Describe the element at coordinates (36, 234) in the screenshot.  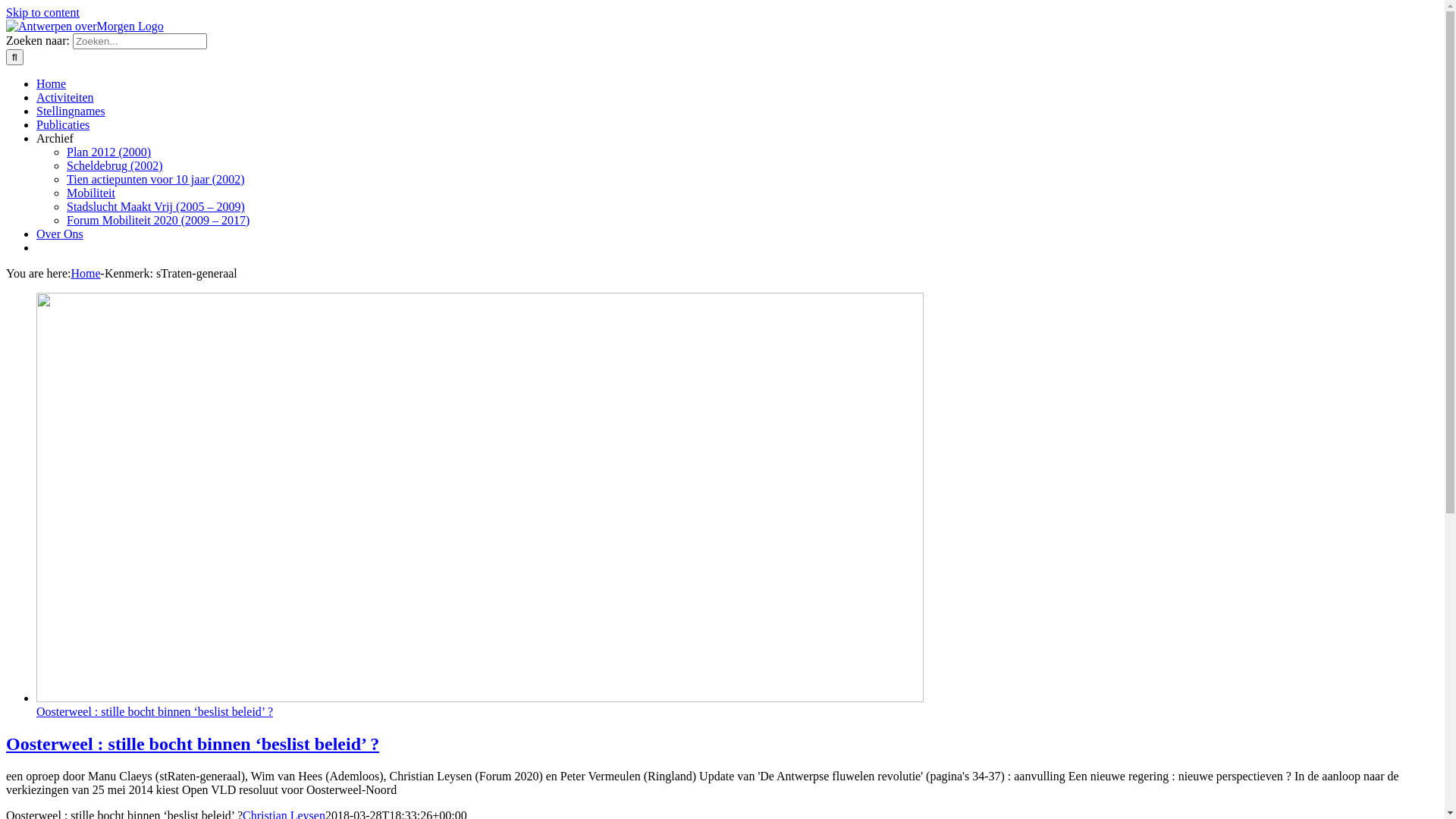
I see `'Over Ons'` at that location.